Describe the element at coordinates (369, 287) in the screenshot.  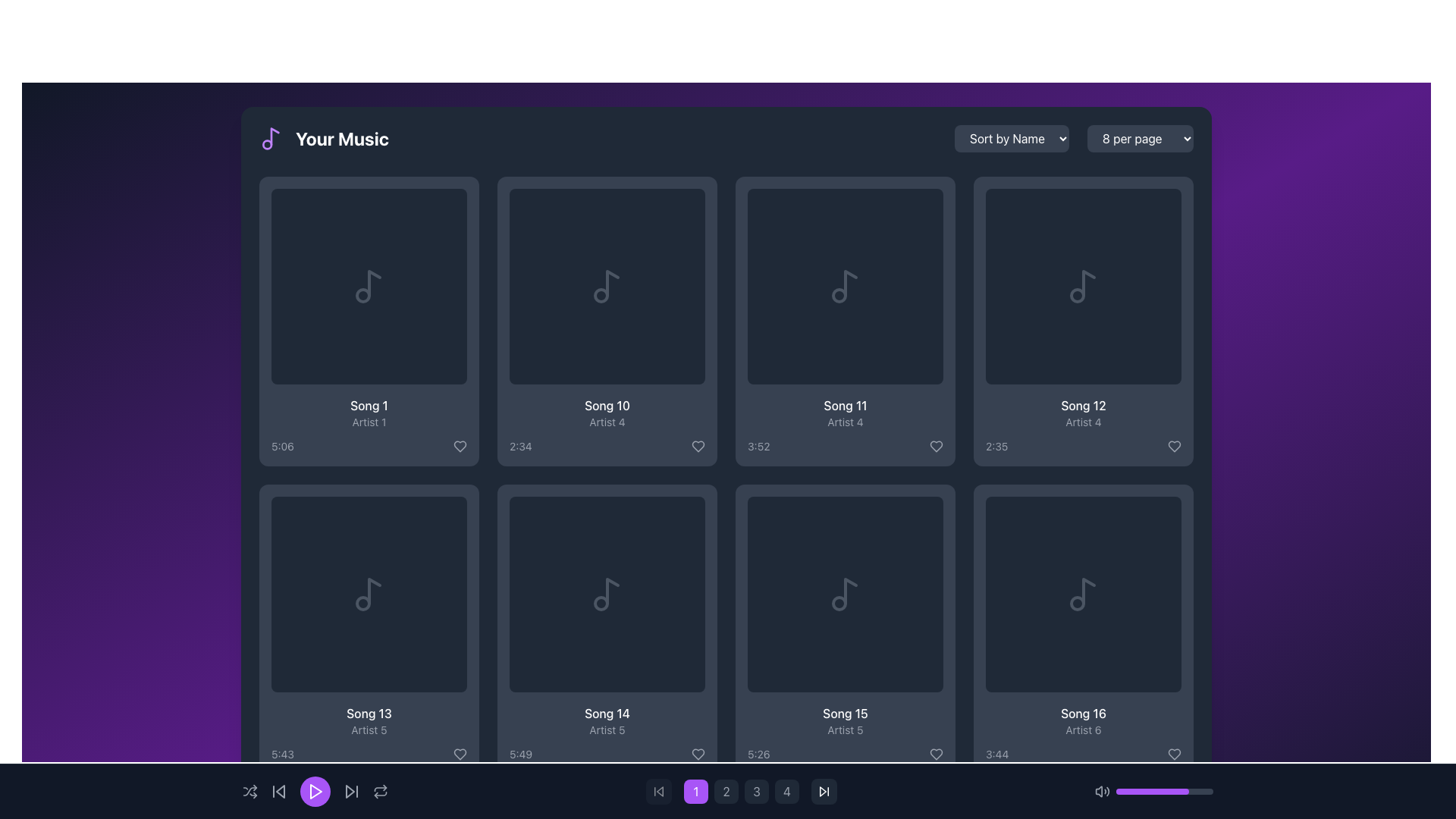
I see `musical note icon located in the top-left song card of the grid layout, which represents music or audio content for 'Song 1'` at that location.